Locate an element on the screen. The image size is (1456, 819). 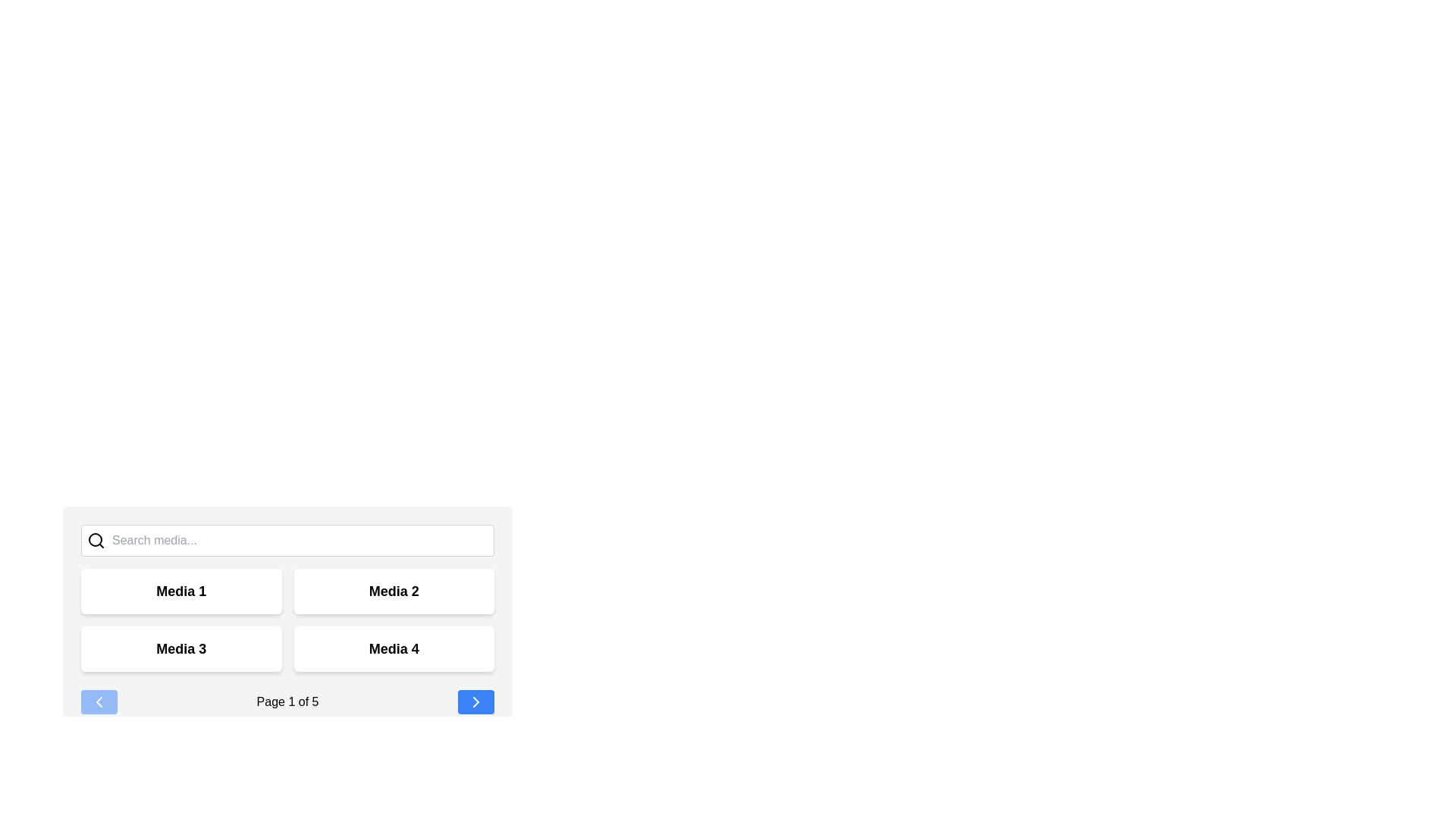
SVG circle element representing the circular part of the magnifying glass search icon located in the top-left position of the search bar is located at coordinates (94, 539).